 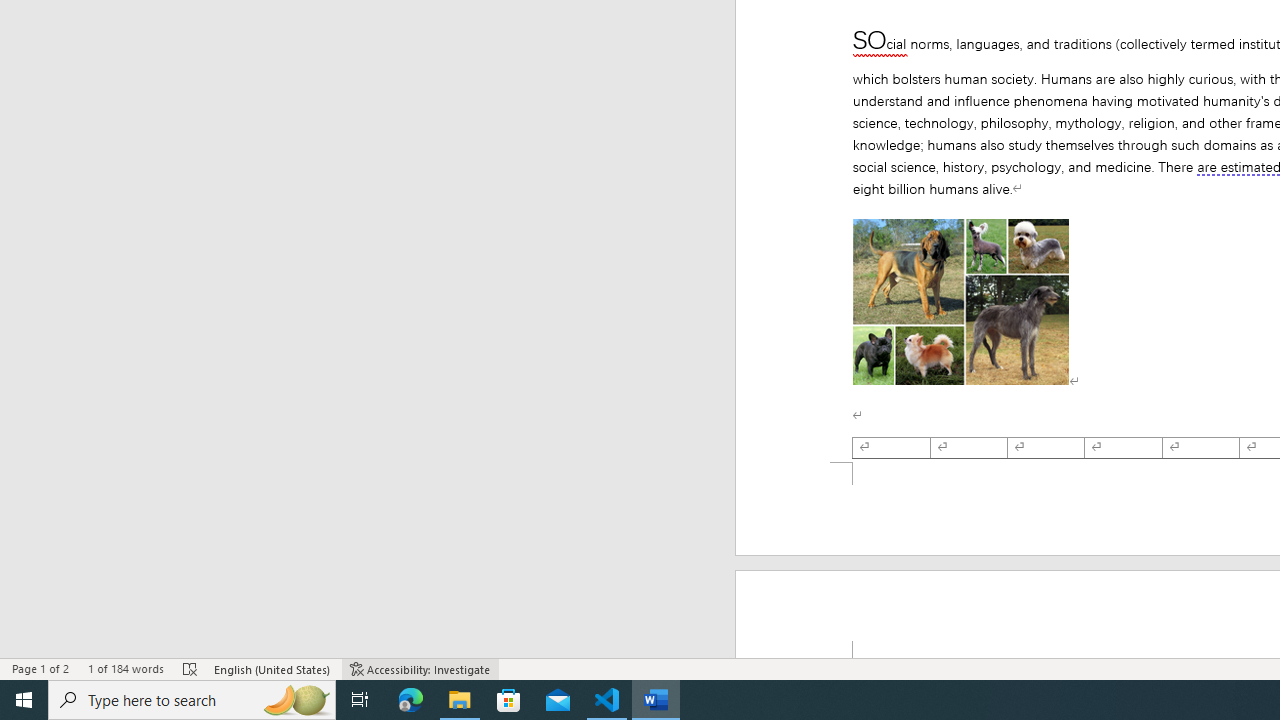 I want to click on 'Language English (United States)', so click(x=272, y=669).